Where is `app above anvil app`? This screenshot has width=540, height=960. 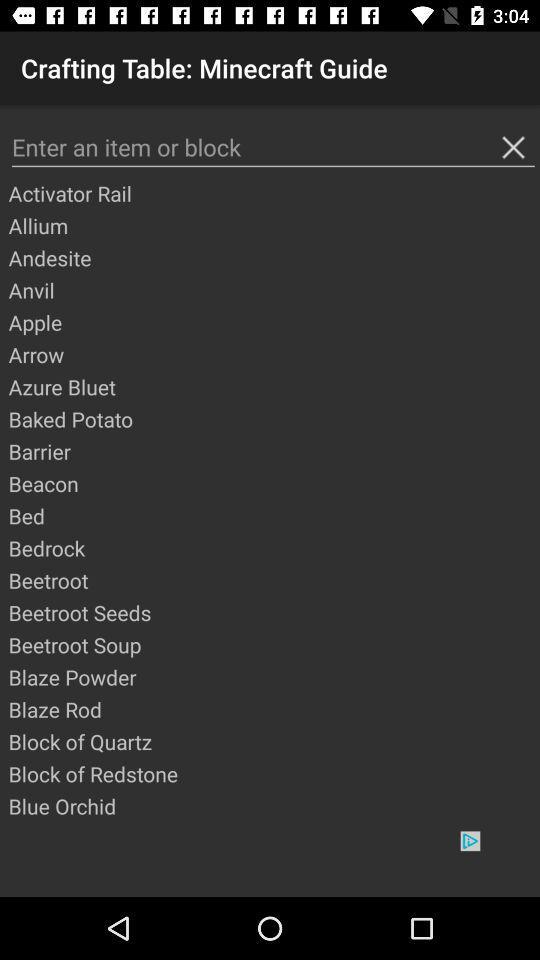 app above anvil app is located at coordinates (272, 256).